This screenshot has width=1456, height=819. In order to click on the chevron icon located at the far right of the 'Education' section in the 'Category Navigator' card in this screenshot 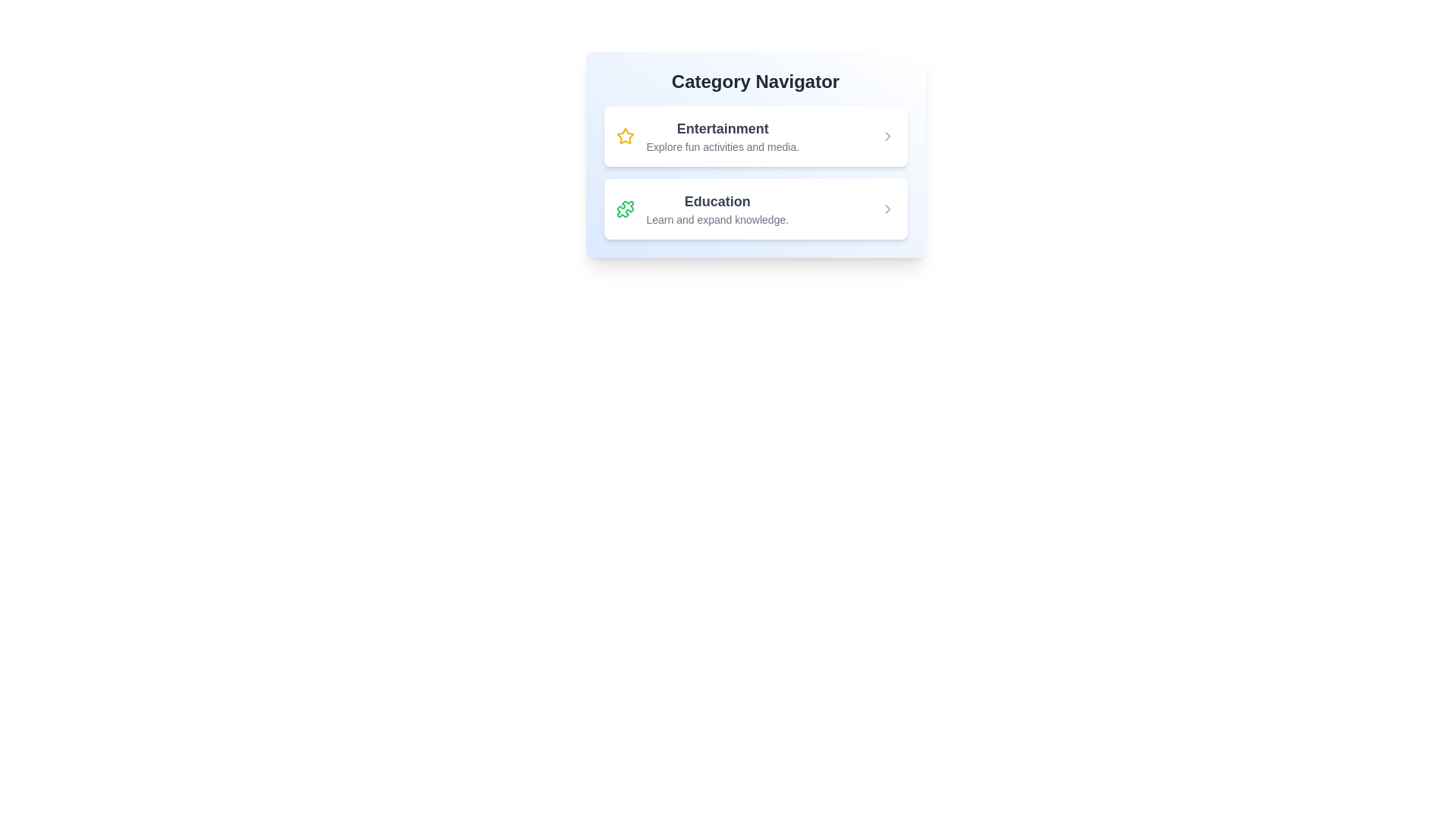, I will do `click(887, 209)`.